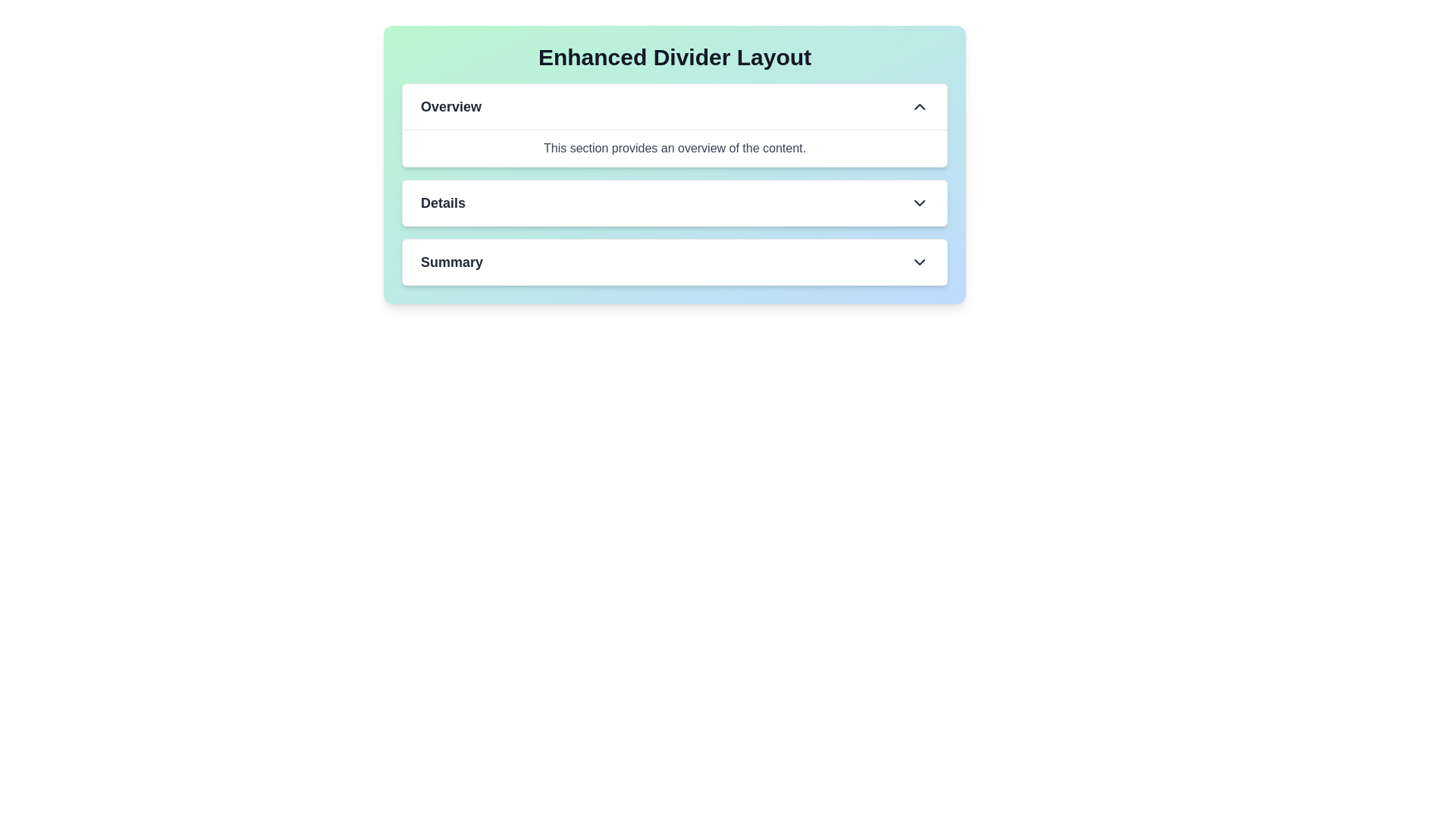 The width and height of the screenshot is (1456, 819). Describe the element at coordinates (919, 262) in the screenshot. I see `the chevron-down icon located on the far right of the 'Summary' section` at that location.